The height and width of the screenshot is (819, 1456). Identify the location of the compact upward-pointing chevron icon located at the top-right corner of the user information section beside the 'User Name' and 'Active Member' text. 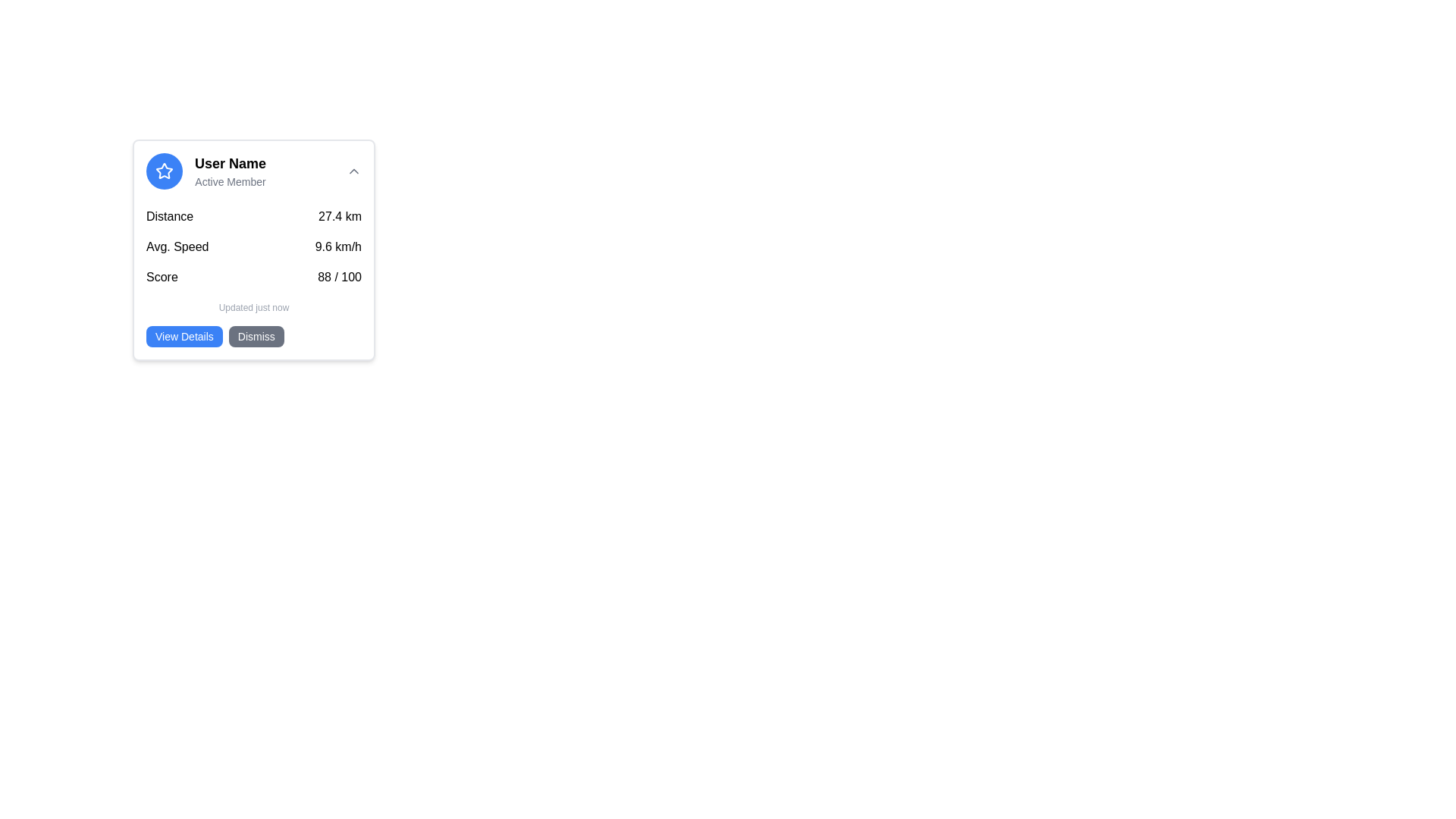
(353, 171).